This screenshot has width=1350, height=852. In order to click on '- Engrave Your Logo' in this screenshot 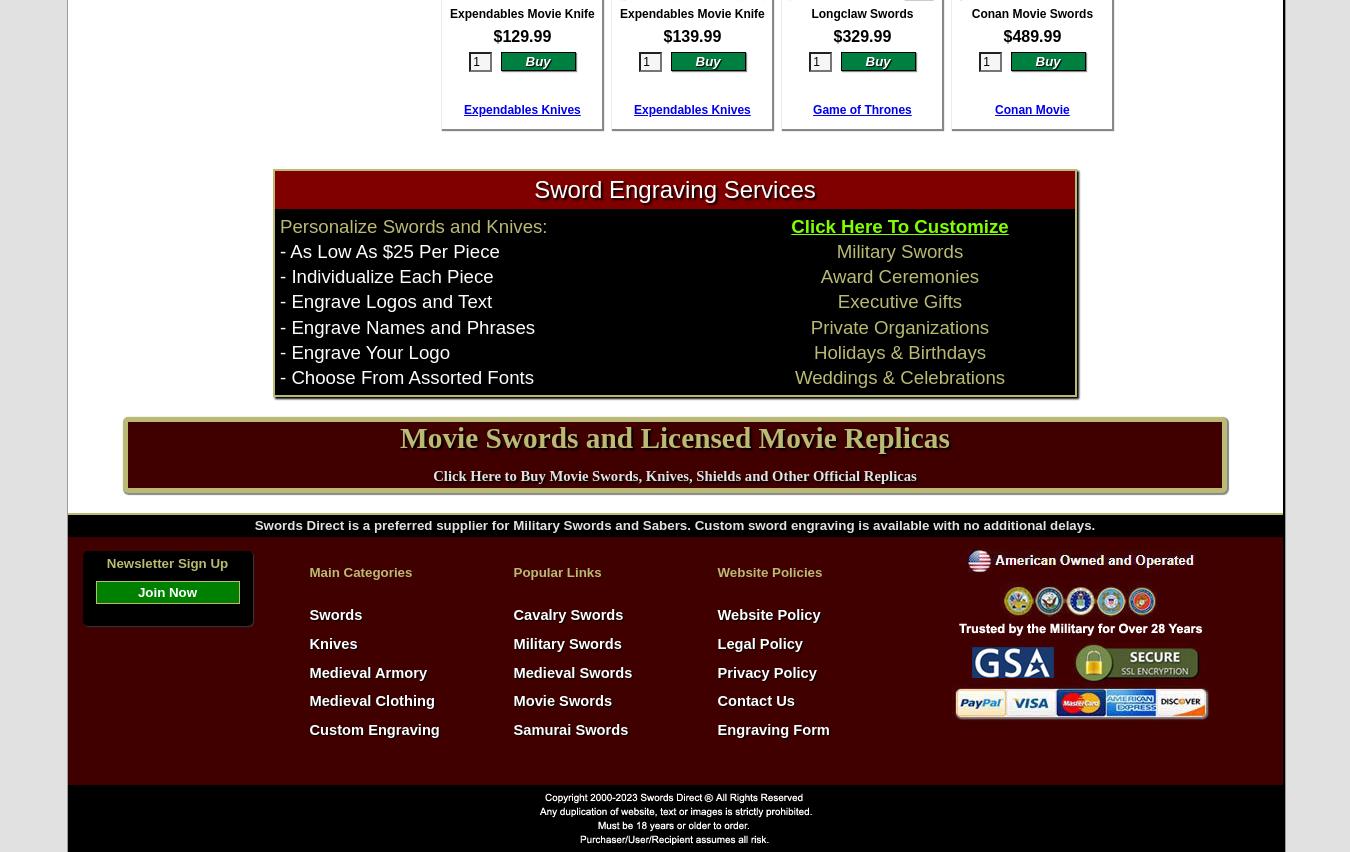, I will do `click(365, 351)`.